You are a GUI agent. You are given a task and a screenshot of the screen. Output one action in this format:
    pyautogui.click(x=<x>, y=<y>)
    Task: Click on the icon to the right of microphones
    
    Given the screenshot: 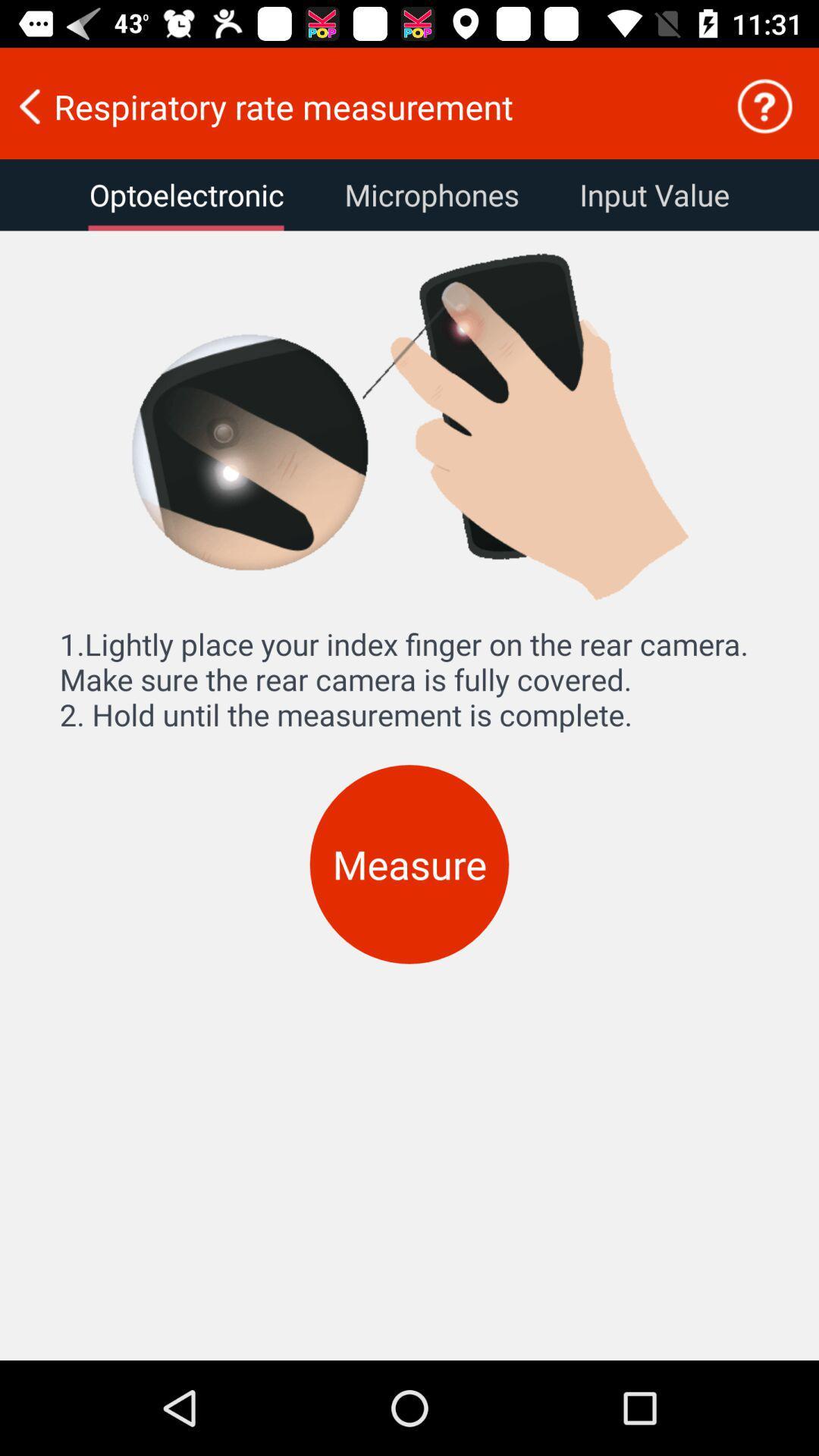 What is the action you would take?
    pyautogui.click(x=654, y=194)
    